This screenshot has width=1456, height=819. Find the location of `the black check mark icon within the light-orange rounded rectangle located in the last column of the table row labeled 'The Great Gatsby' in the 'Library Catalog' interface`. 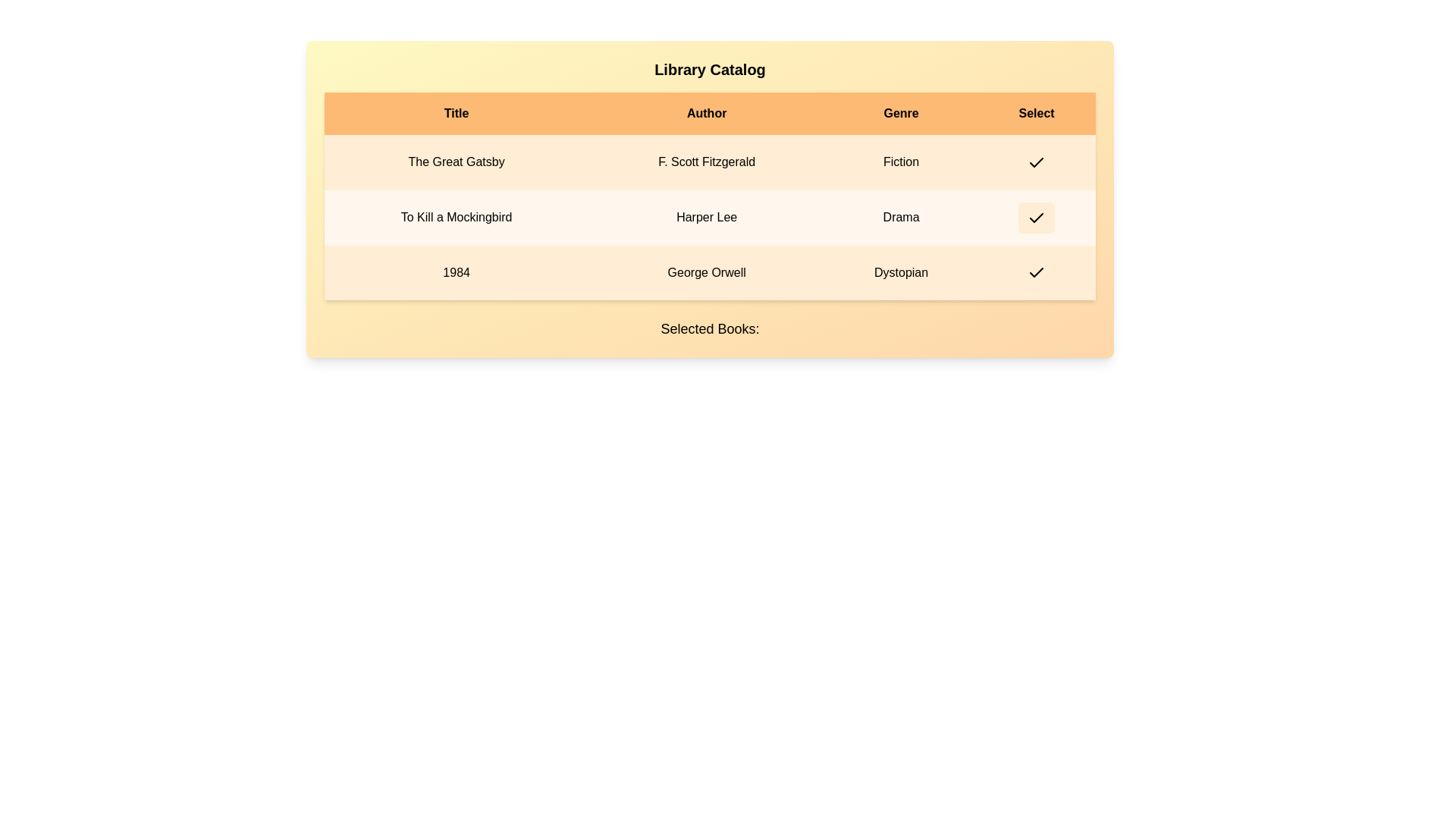

the black check mark icon within the light-orange rounded rectangle located in the last column of the table row labeled 'The Great Gatsby' in the 'Library Catalog' interface is located at coordinates (1036, 162).